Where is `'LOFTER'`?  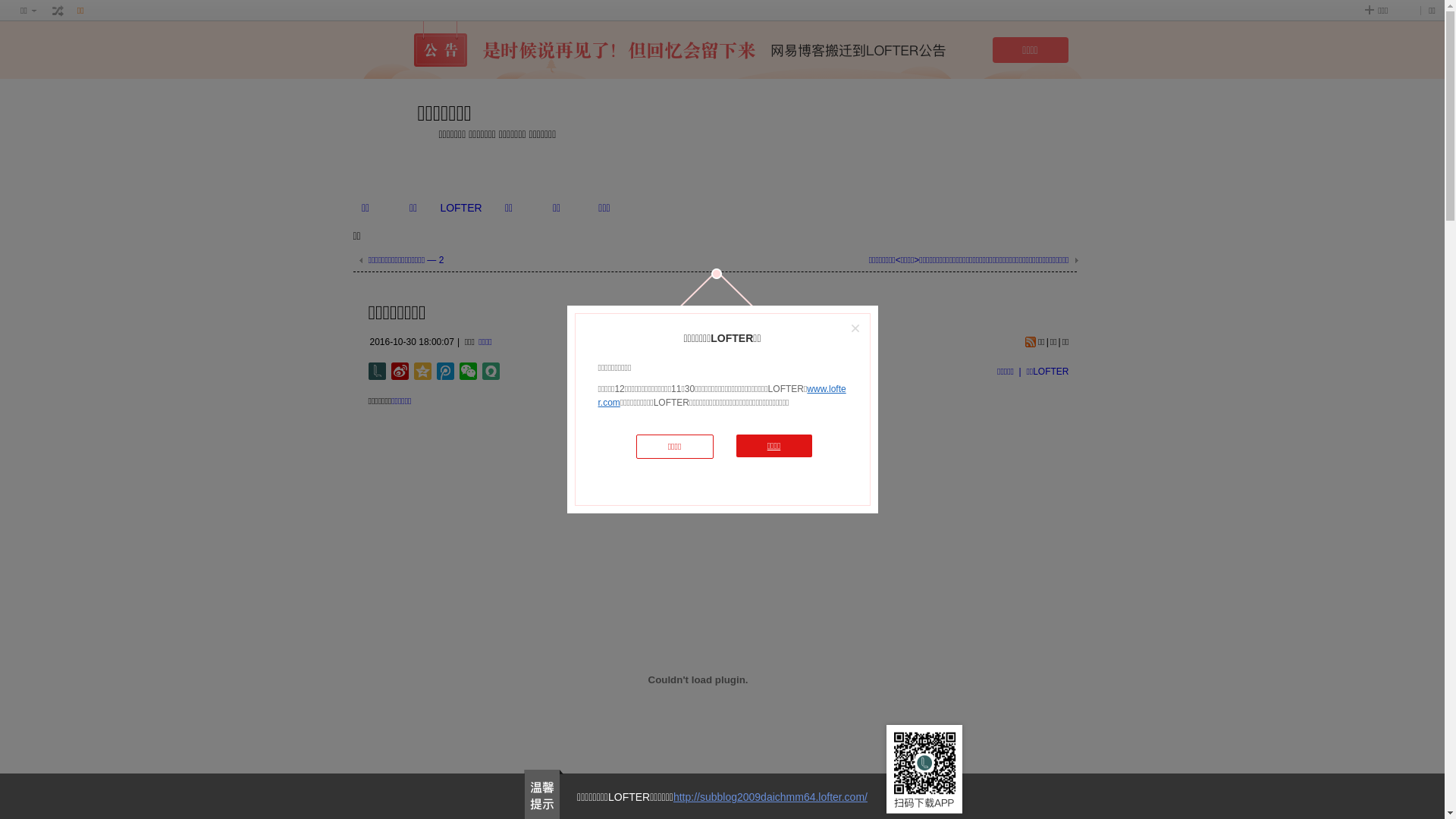 'LOFTER' is located at coordinates (460, 207).